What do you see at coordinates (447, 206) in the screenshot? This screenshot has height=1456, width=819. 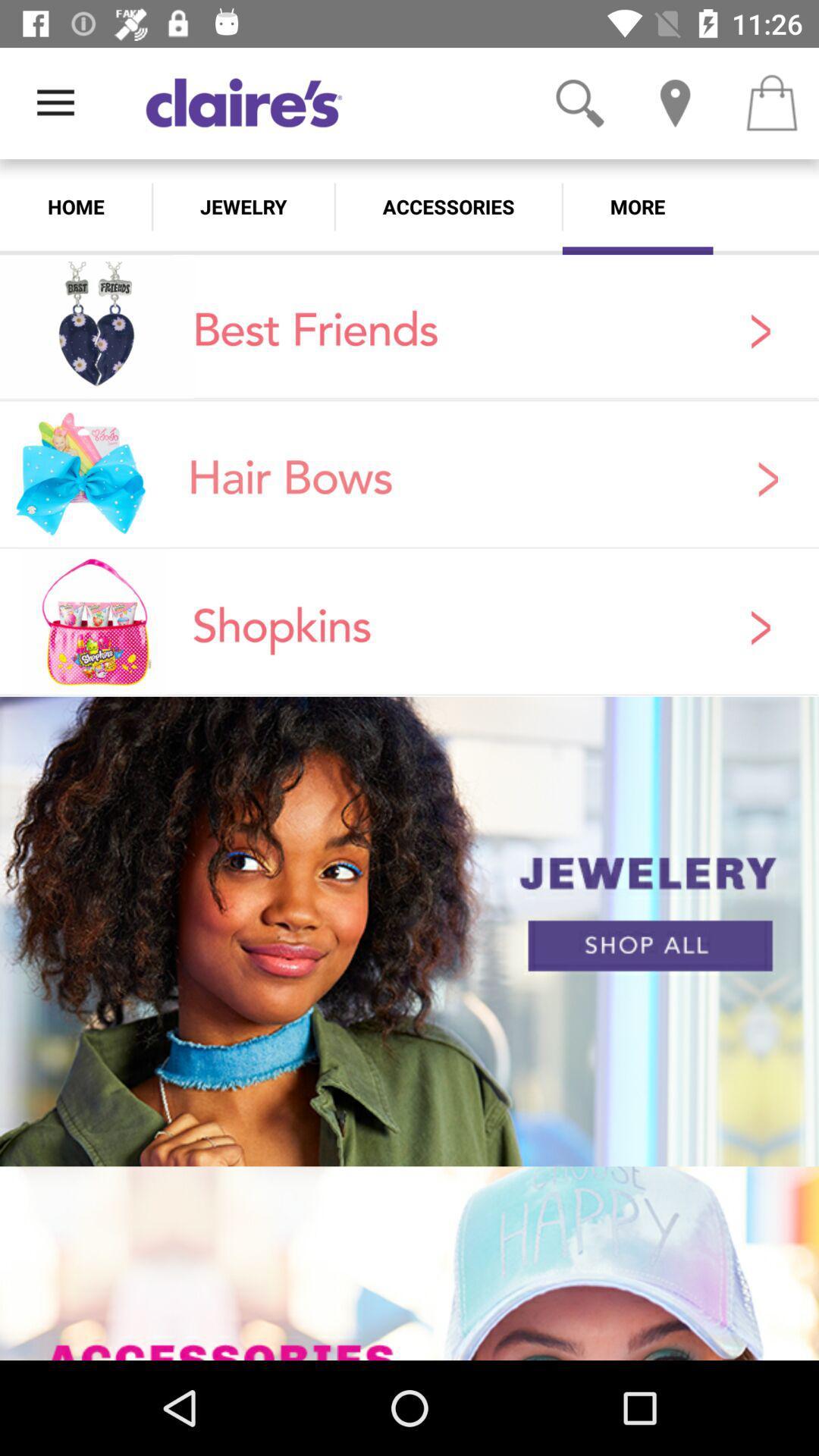 I see `app to the right of the jewelry app` at bounding box center [447, 206].